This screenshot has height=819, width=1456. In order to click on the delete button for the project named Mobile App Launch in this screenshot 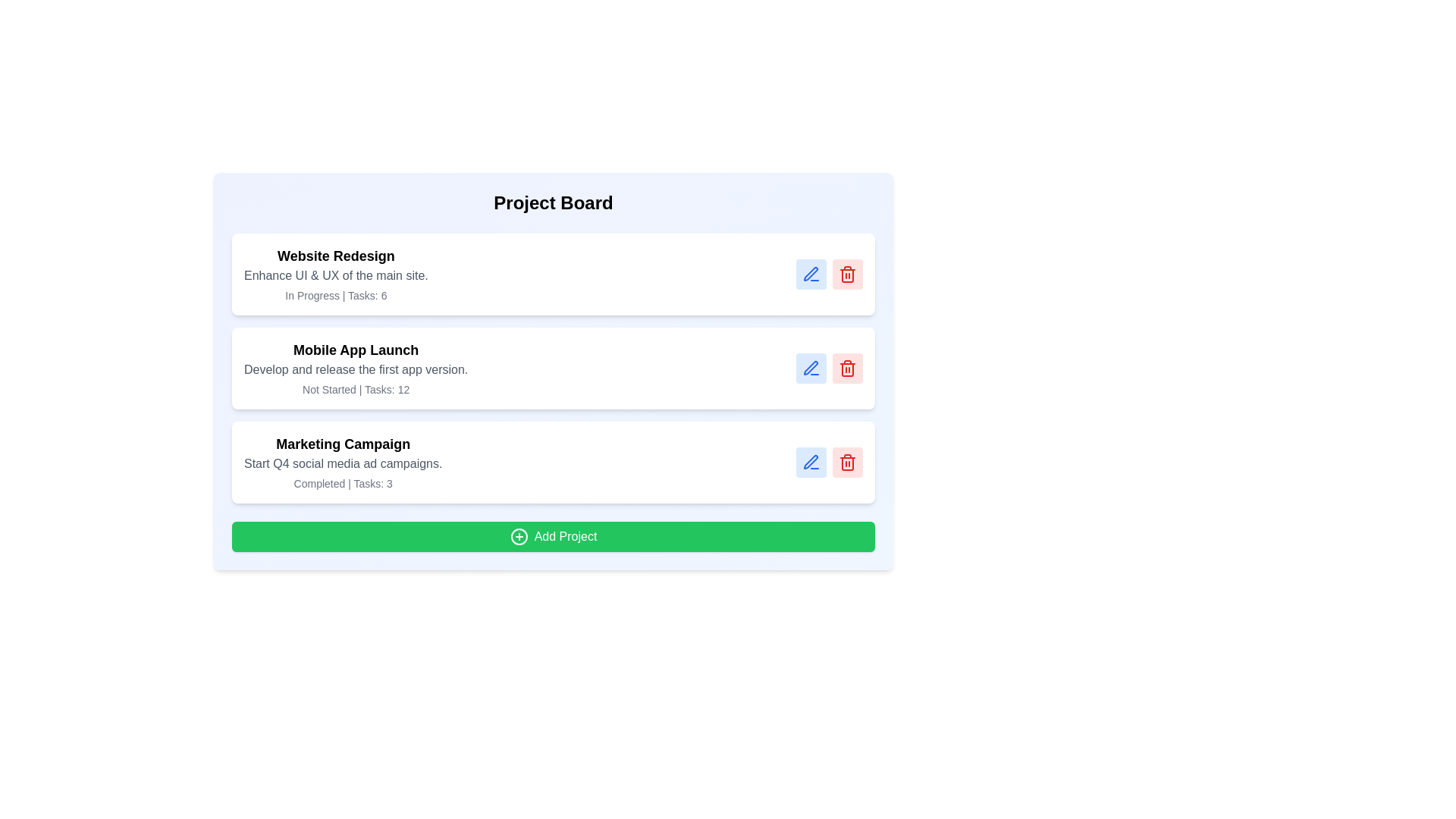, I will do `click(847, 369)`.